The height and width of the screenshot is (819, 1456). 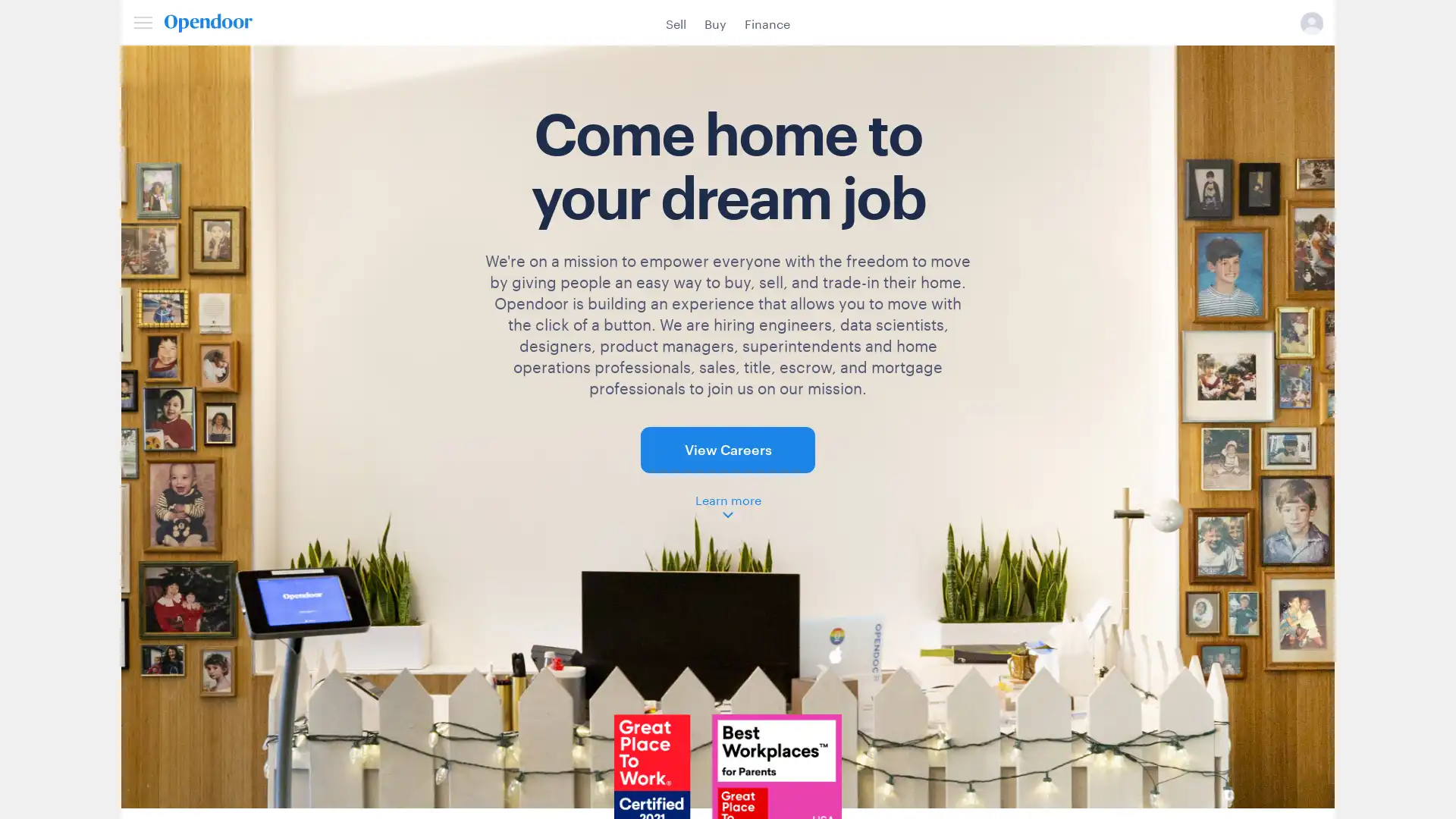 What do you see at coordinates (143, 22) in the screenshot?
I see `menu` at bounding box center [143, 22].